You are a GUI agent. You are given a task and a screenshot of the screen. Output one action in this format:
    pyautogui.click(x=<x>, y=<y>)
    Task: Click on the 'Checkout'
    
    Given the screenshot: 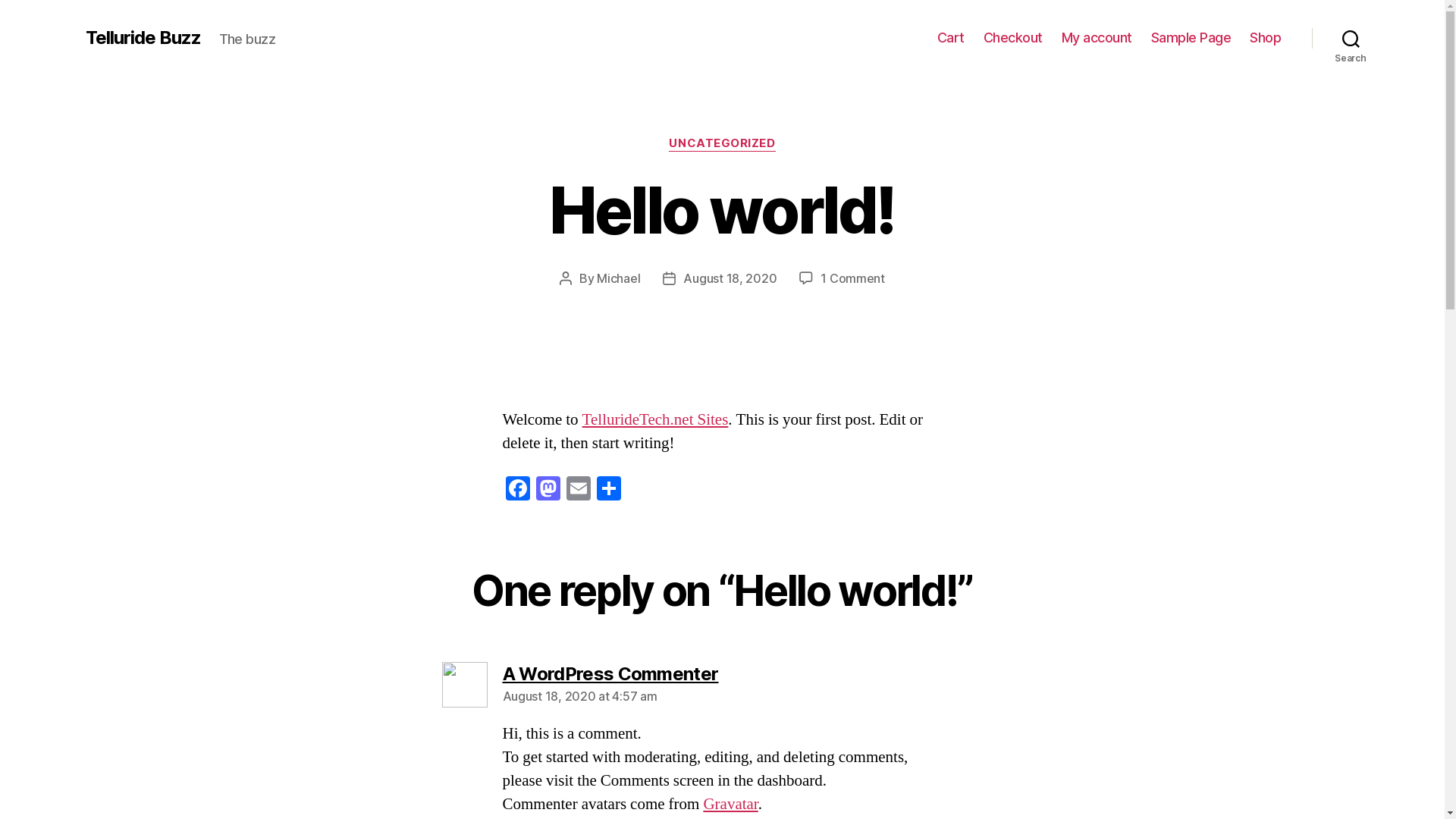 What is the action you would take?
    pyautogui.click(x=983, y=37)
    